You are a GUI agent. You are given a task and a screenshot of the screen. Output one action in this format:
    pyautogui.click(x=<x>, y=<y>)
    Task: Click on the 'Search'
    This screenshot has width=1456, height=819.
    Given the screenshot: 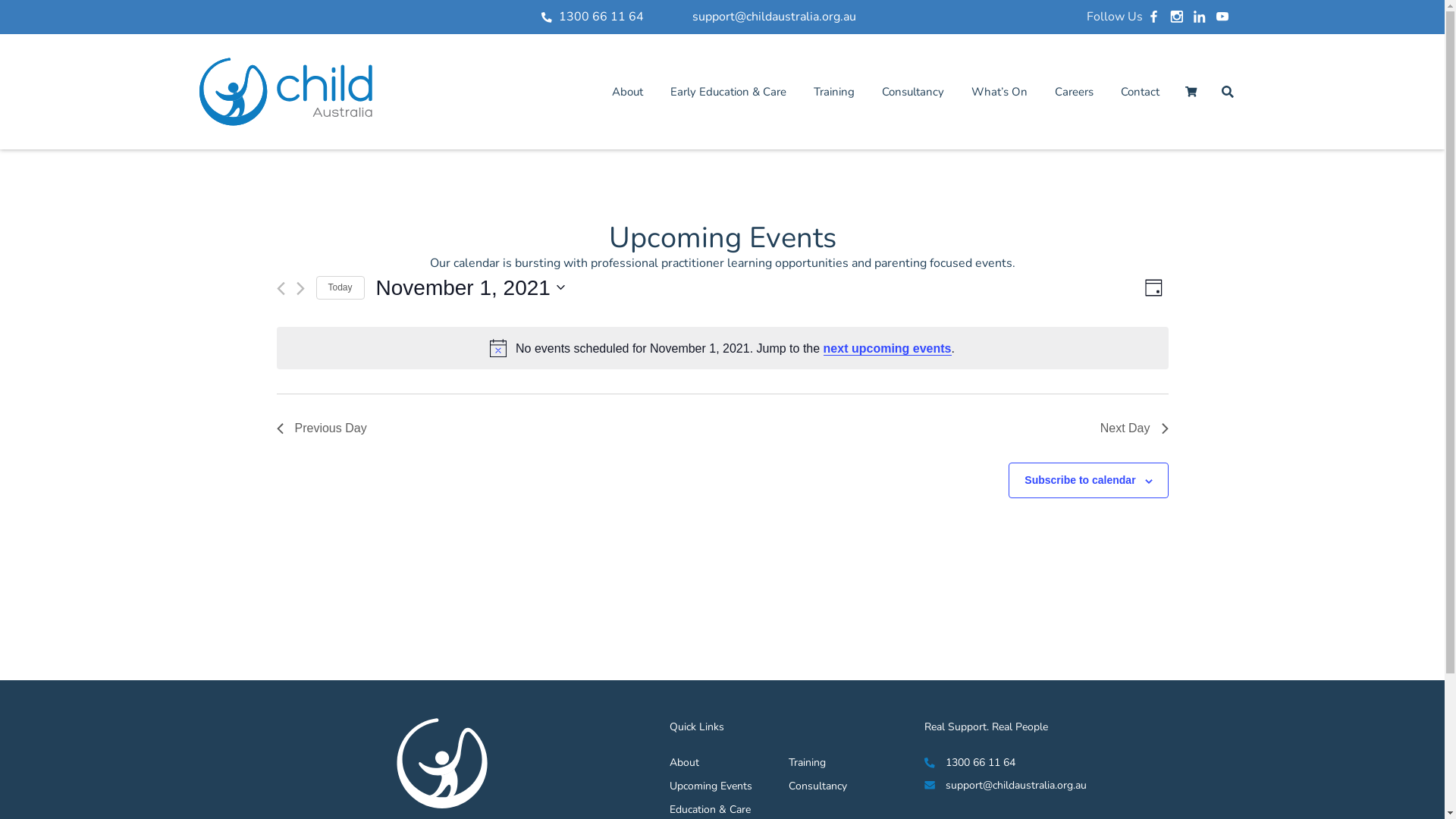 What is the action you would take?
    pyautogui.click(x=1226, y=91)
    